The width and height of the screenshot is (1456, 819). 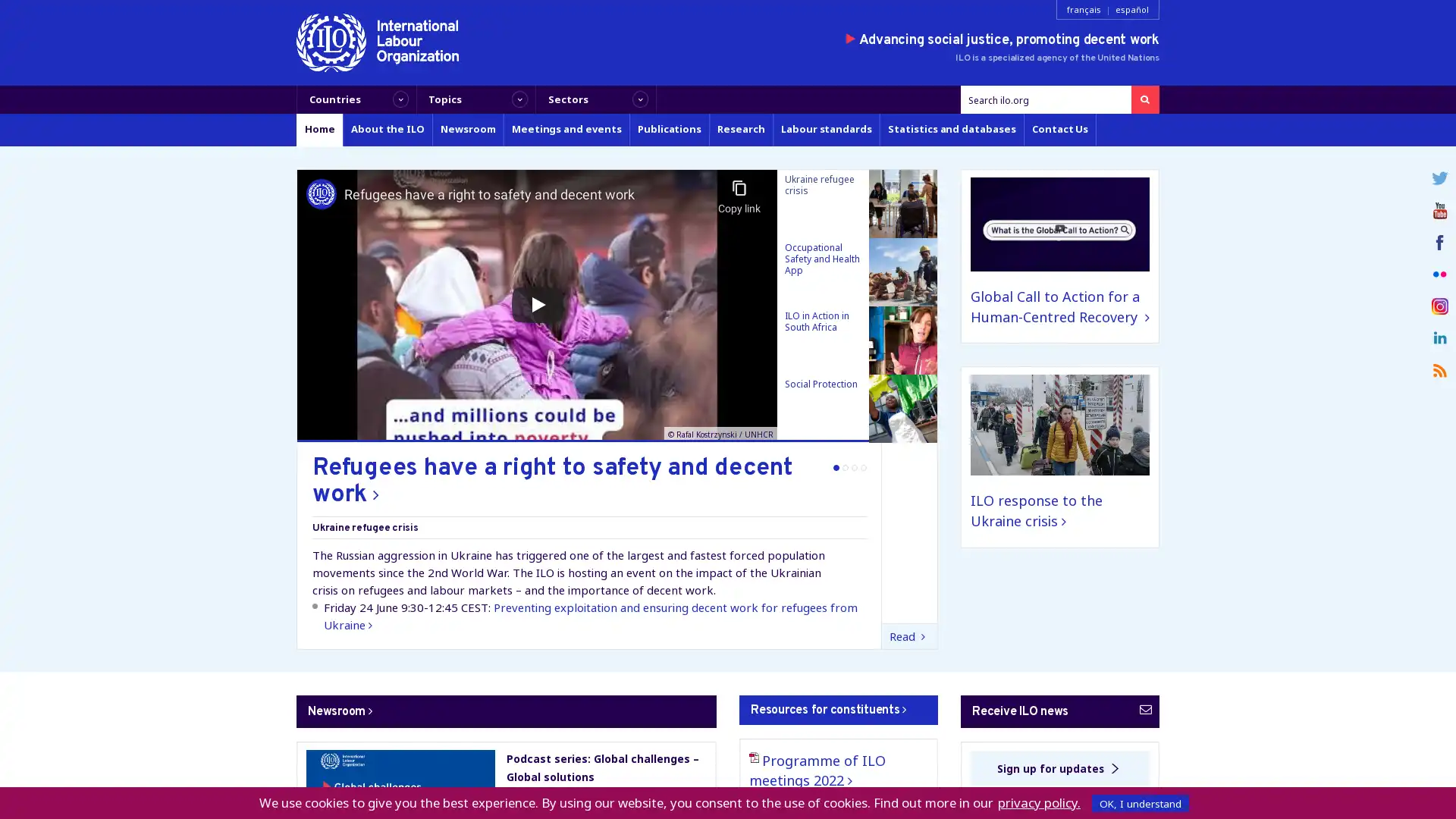 I want to click on Search, so click(x=1144, y=99).